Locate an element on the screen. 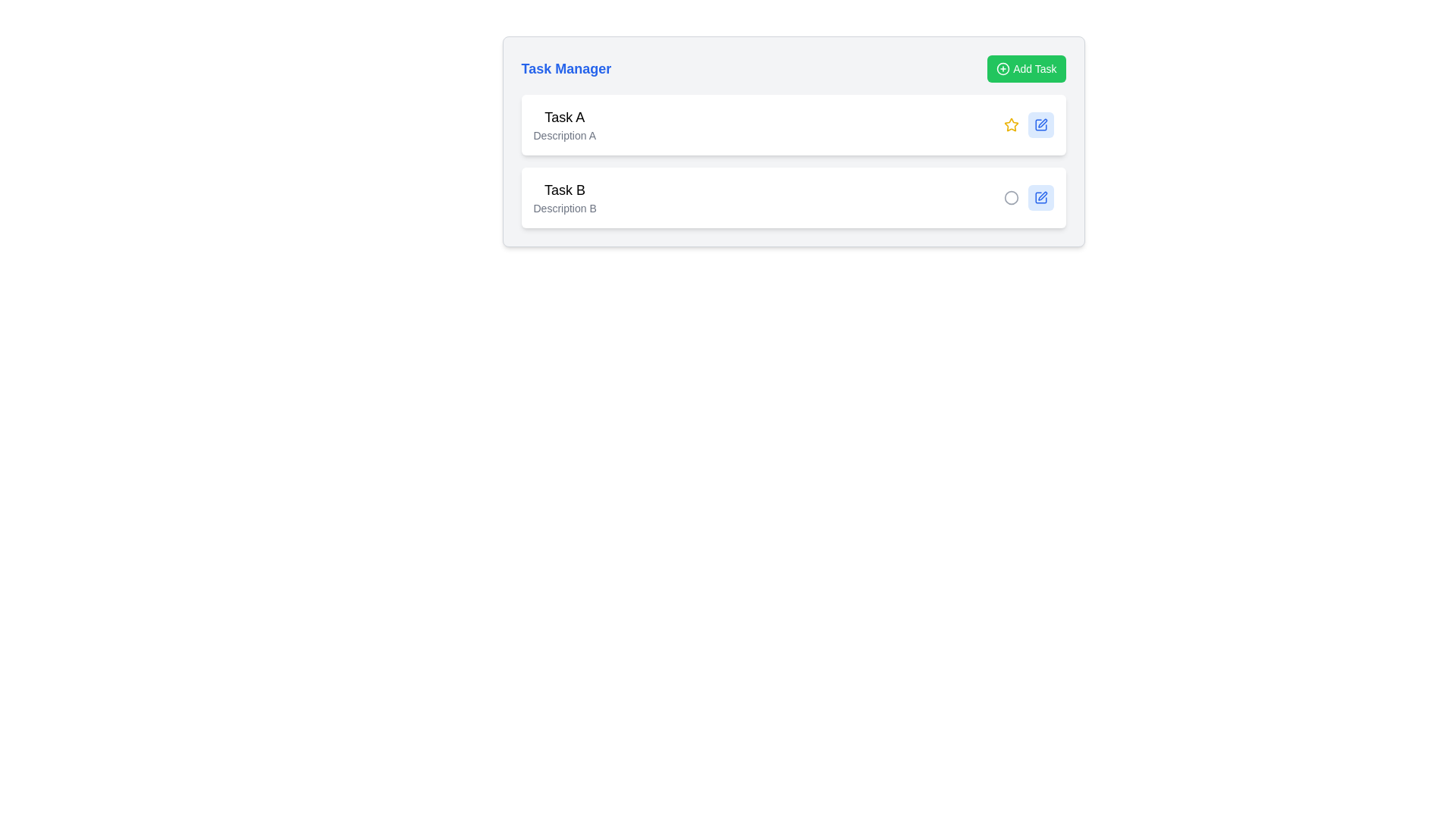 This screenshot has height=819, width=1456. the text label displaying 'Task A' is located at coordinates (563, 116).